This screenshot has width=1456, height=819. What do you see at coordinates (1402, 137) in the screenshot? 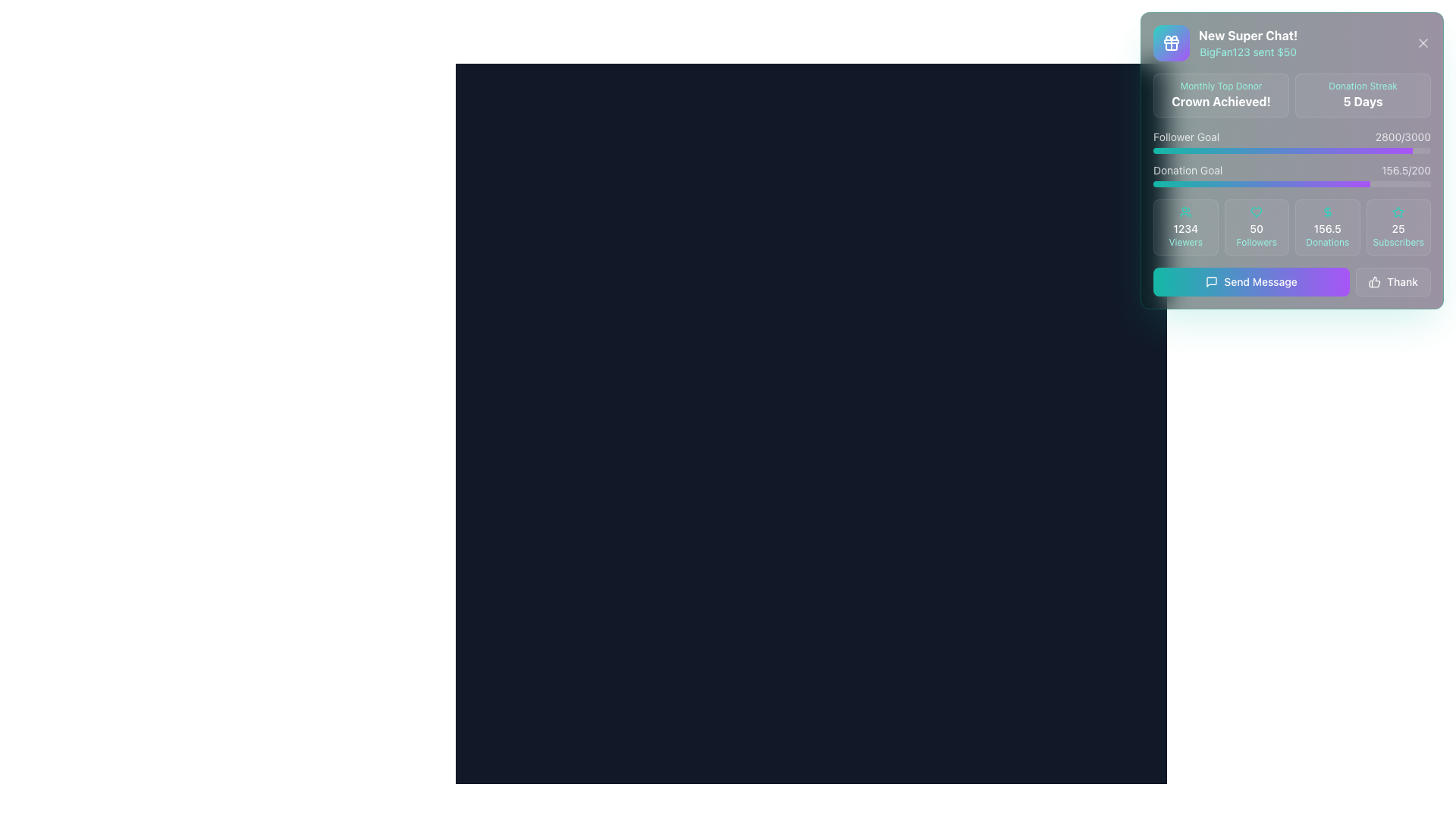
I see `the 'Follower Goal' text display` at bounding box center [1402, 137].